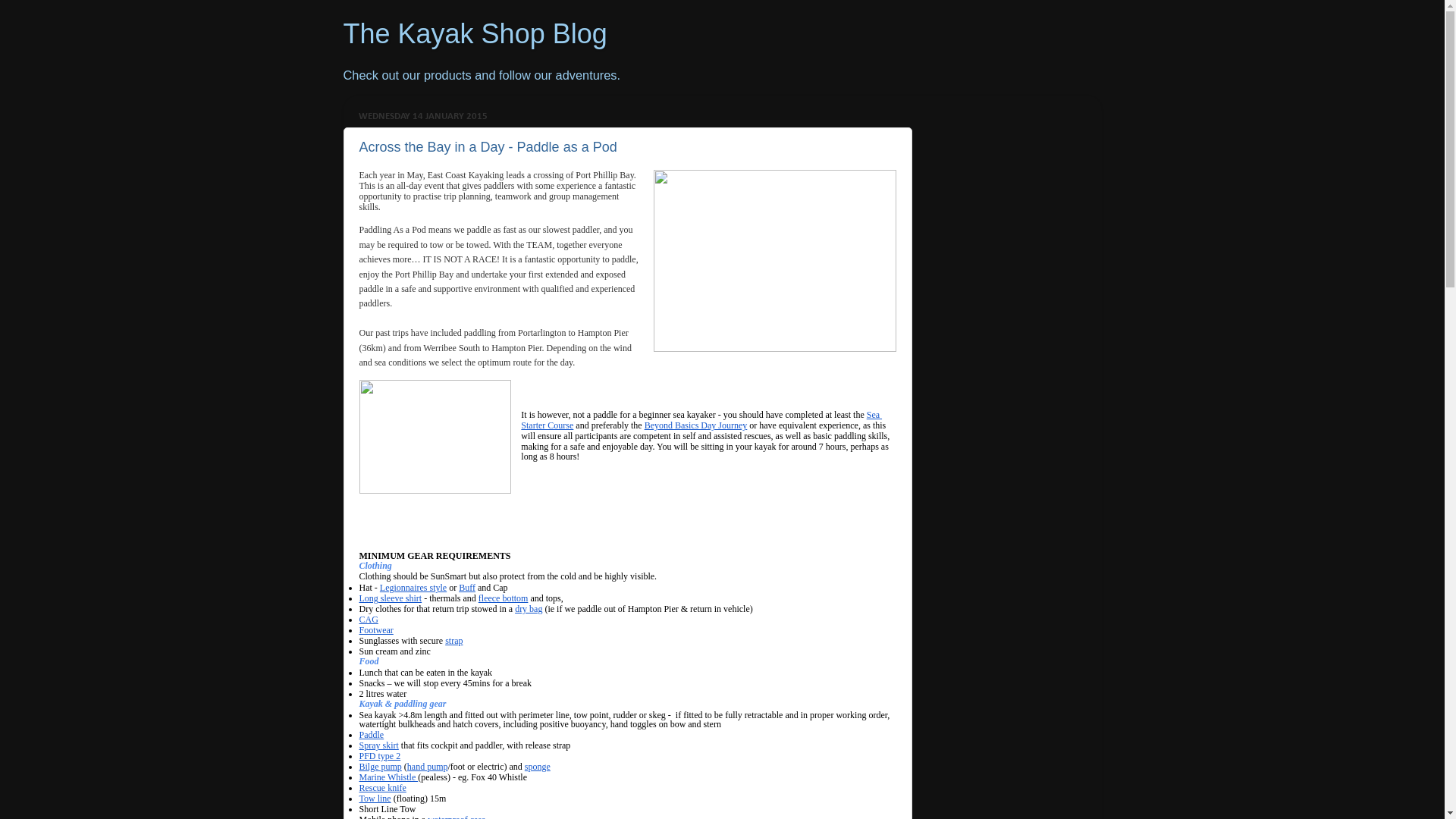 The image size is (1456, 819). I want to click on 'hand pump', so click(426, 766).